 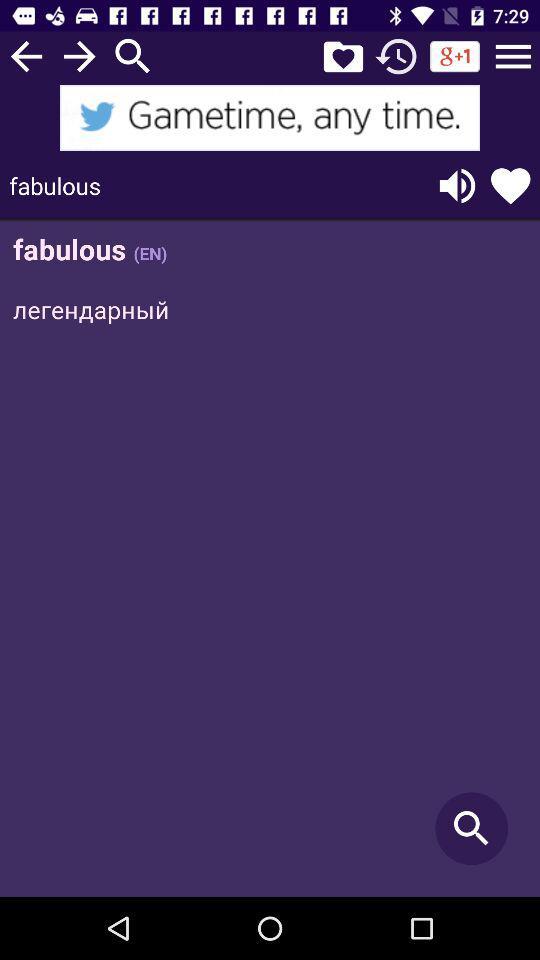 What do you see at coordinates (457, 185) in the screenshot?
I see `listen to the text` at bounding box center [457, 185].